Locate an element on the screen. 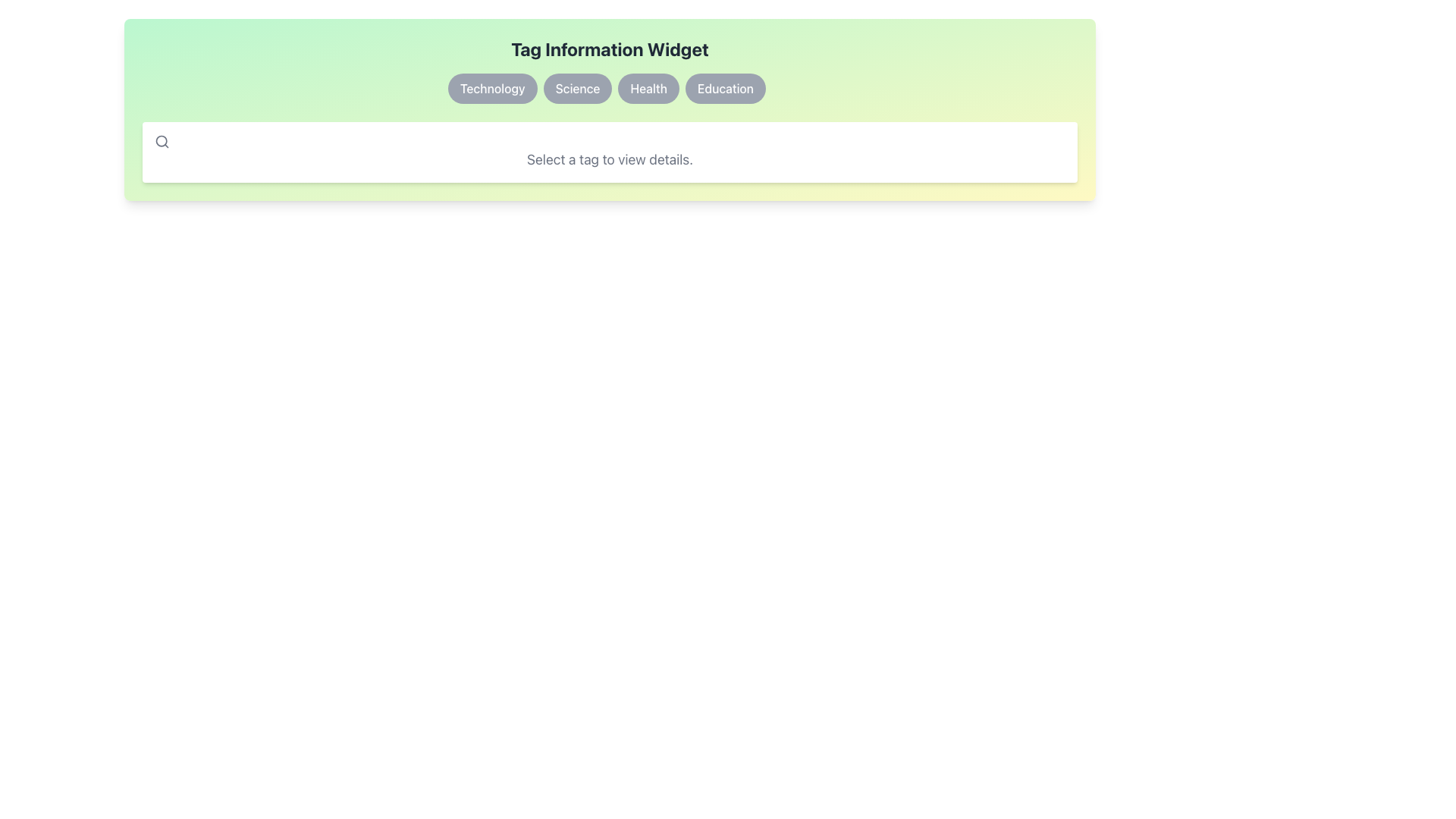 Image resolution: width=1456 pixels, height=819 pixels. the 'Science' category button located below the 'Tag Information Widget' title for keyboard navigation is located at coordinates (577, 88).